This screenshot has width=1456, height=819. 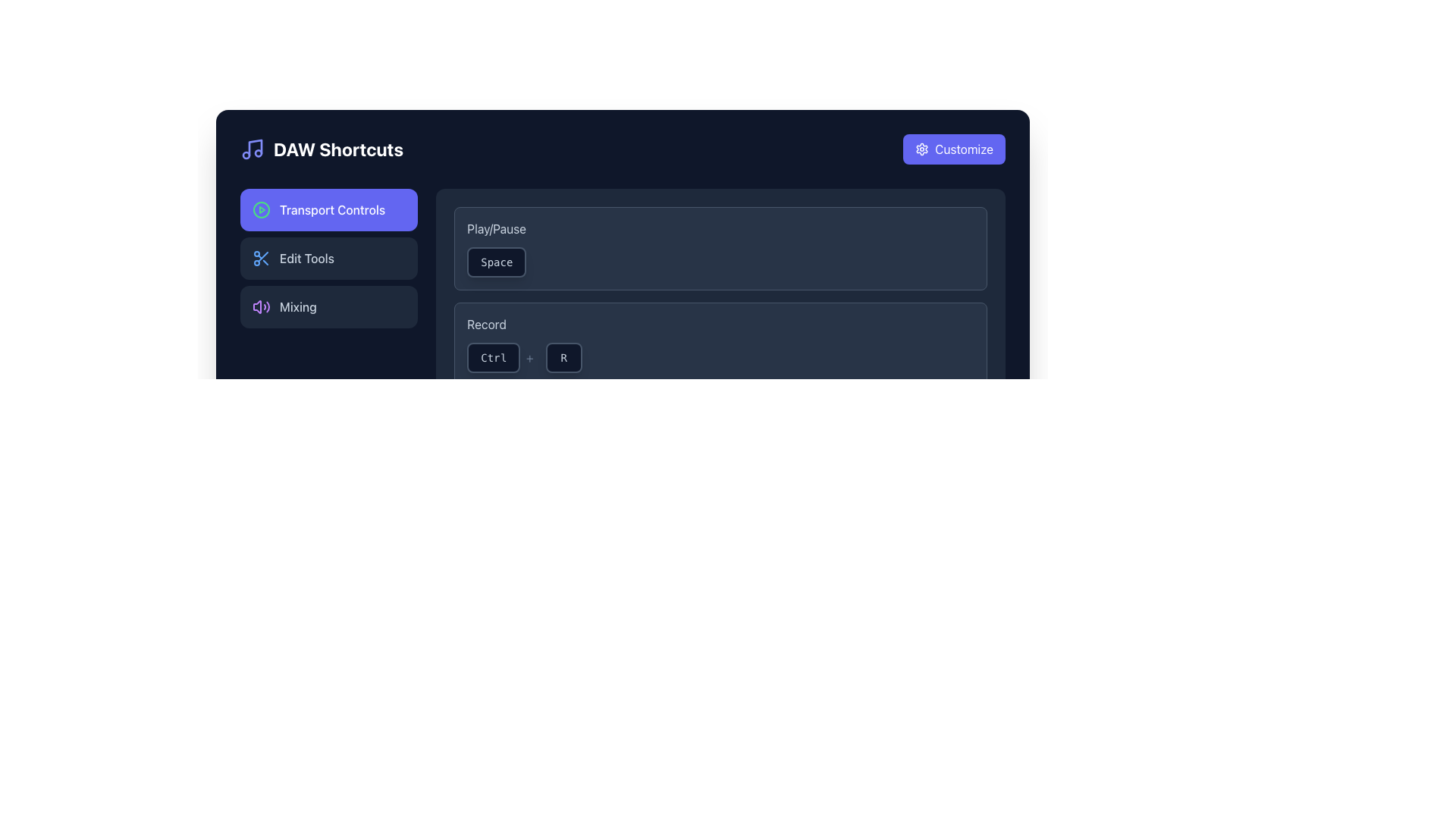 I want to click on the first button in the 'DAW Shortcuts' section that activates the 'Transport Controls' functionality, so click(x=328, y=210).